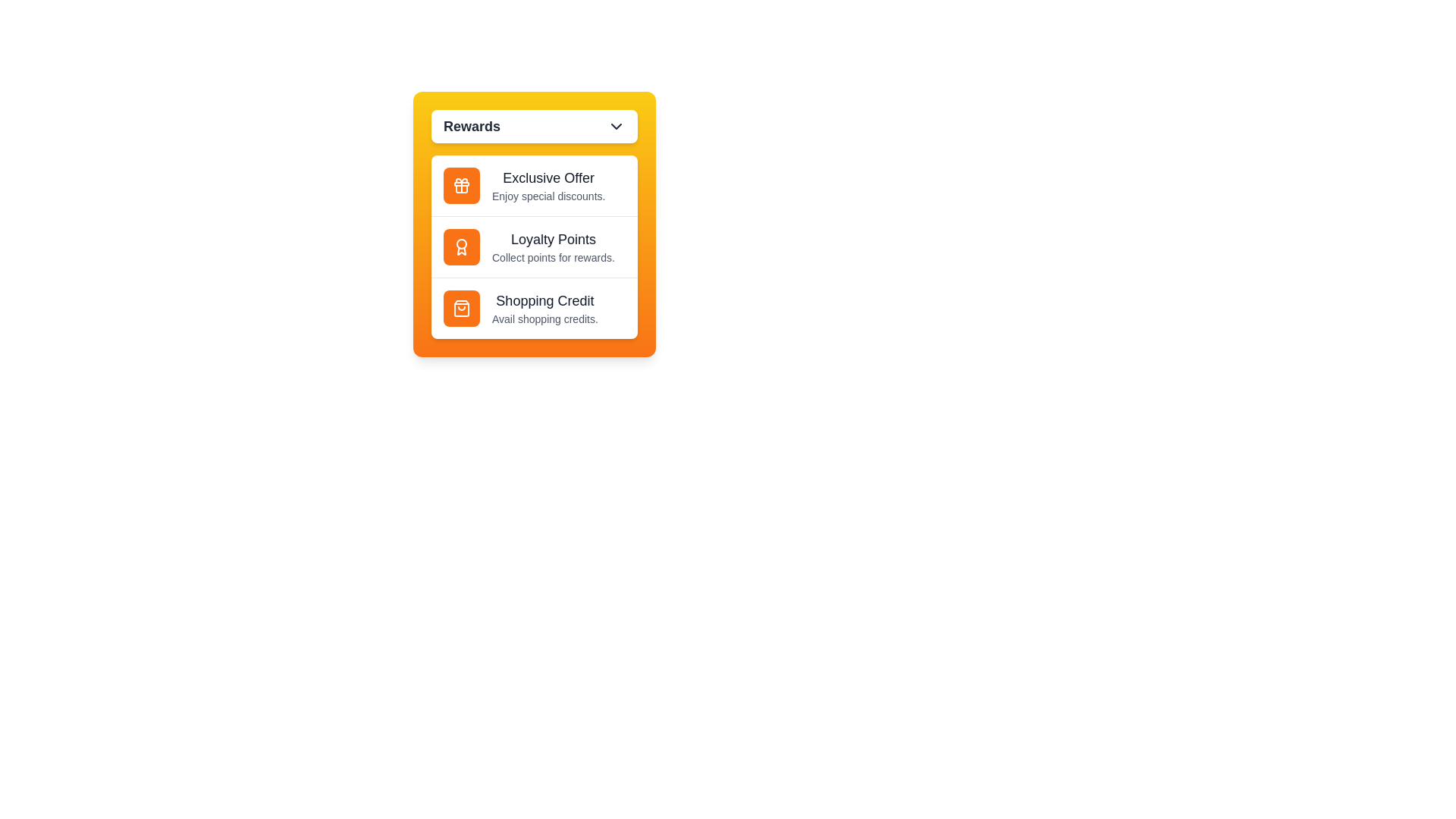  What do you see at coordinates (548, 185) in the screenshot?
I see `details from the Informational Text Block that displays 'Exclusive Offer' and 'Enjoy special discounts.'` at bounding box center [548, 185].